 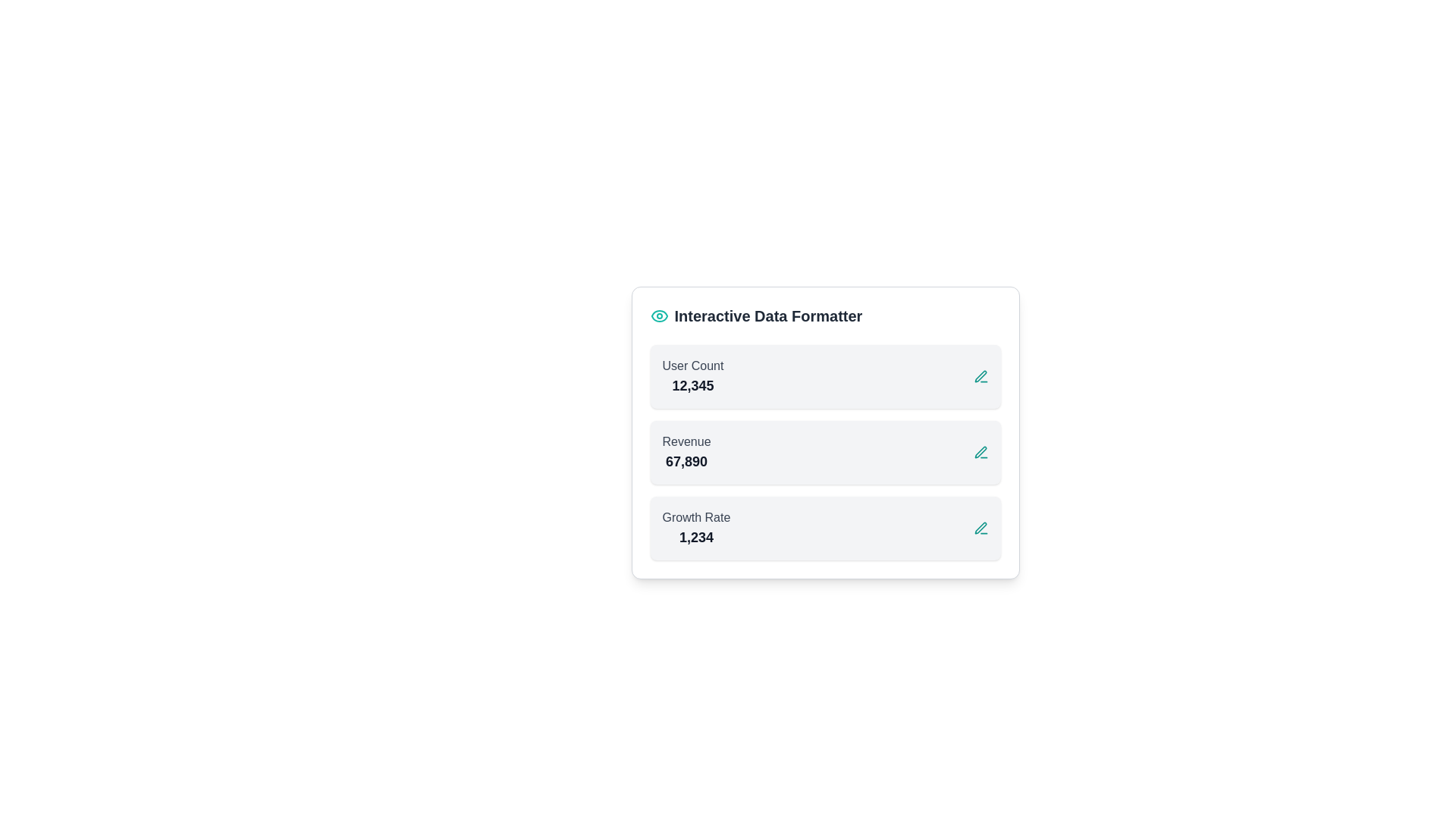 What do you see at coordinates (824, 452) in the screenshot?
I see `the revenue metric statistical display card, which is the second card in a vertical stack of three cards, positioned below the 'User Count' card and above the 'Growth Rate' card` at bounding box center [824, 452].